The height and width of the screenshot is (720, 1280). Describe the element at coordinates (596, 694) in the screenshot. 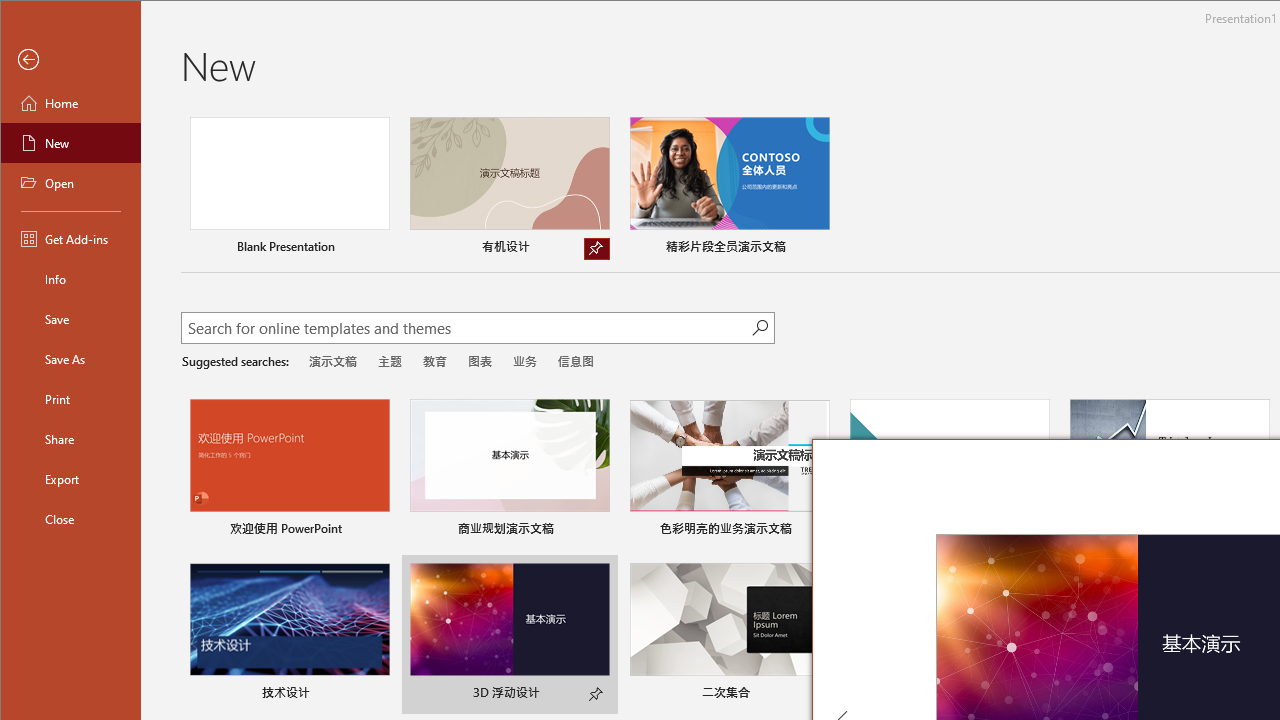

I see `'Pin to list'` at that location.